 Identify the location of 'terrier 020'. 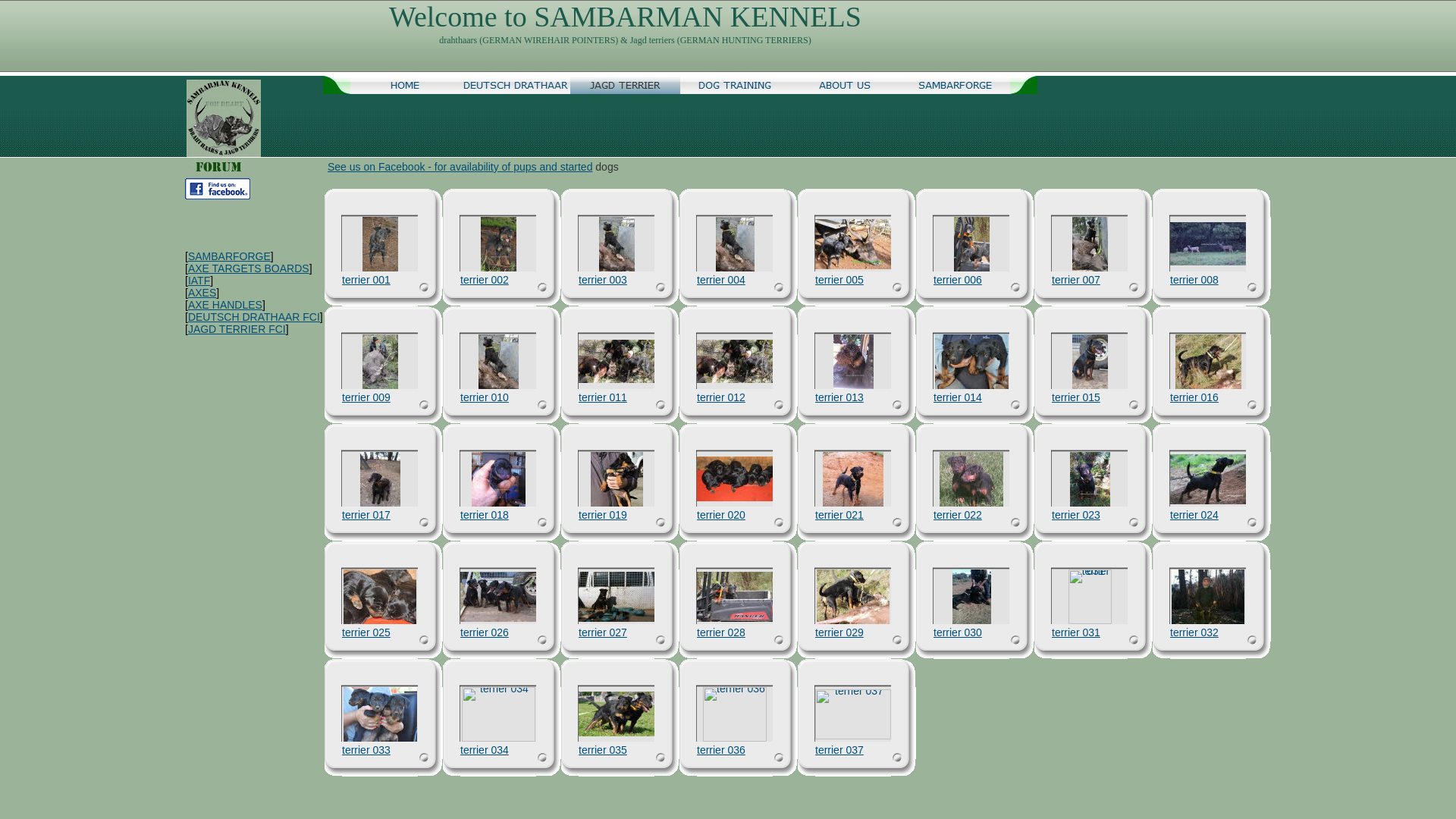
(735, 479).